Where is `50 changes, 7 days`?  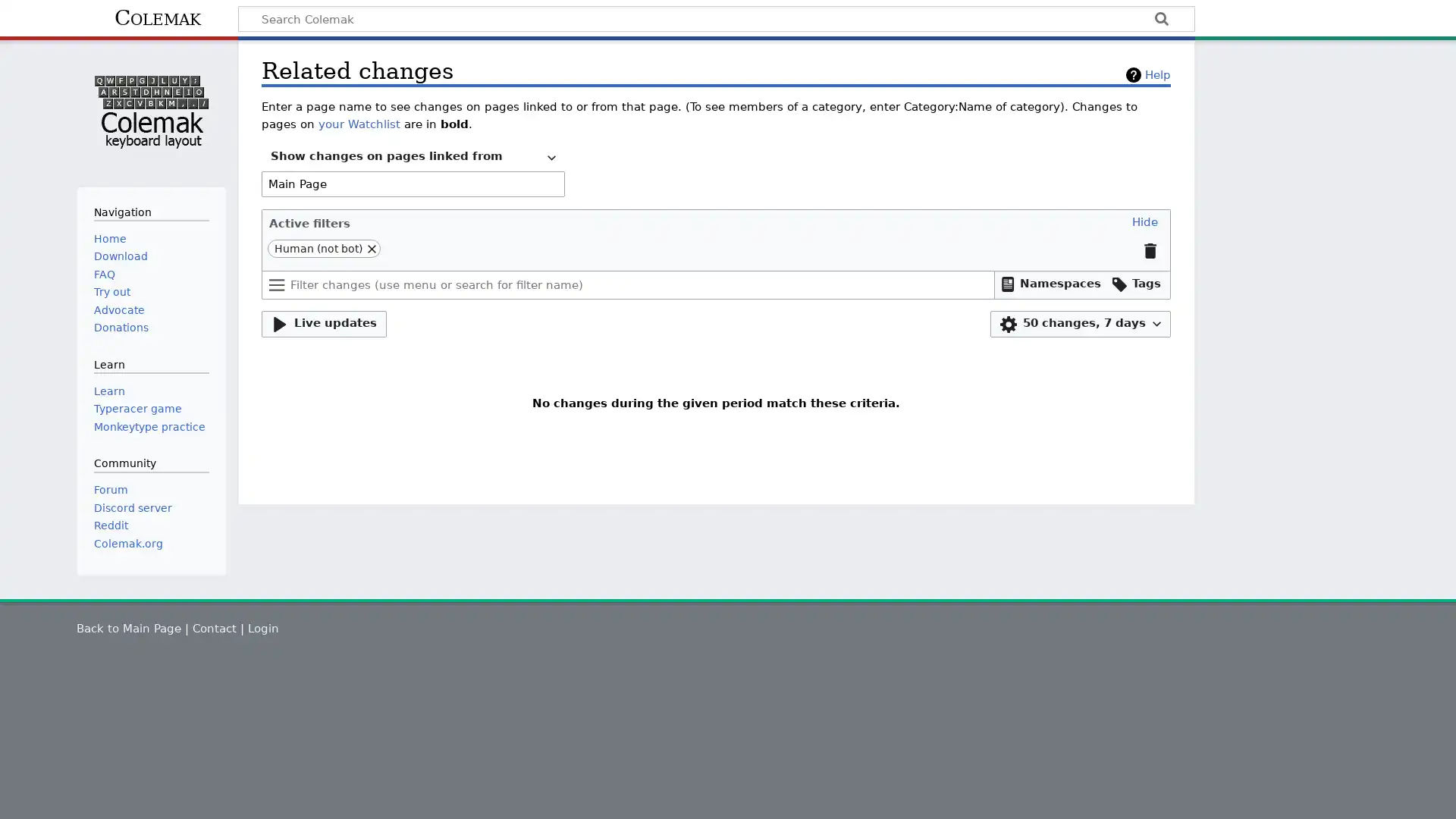
50 changes, 7 days is located at coordinates (1080, 323).